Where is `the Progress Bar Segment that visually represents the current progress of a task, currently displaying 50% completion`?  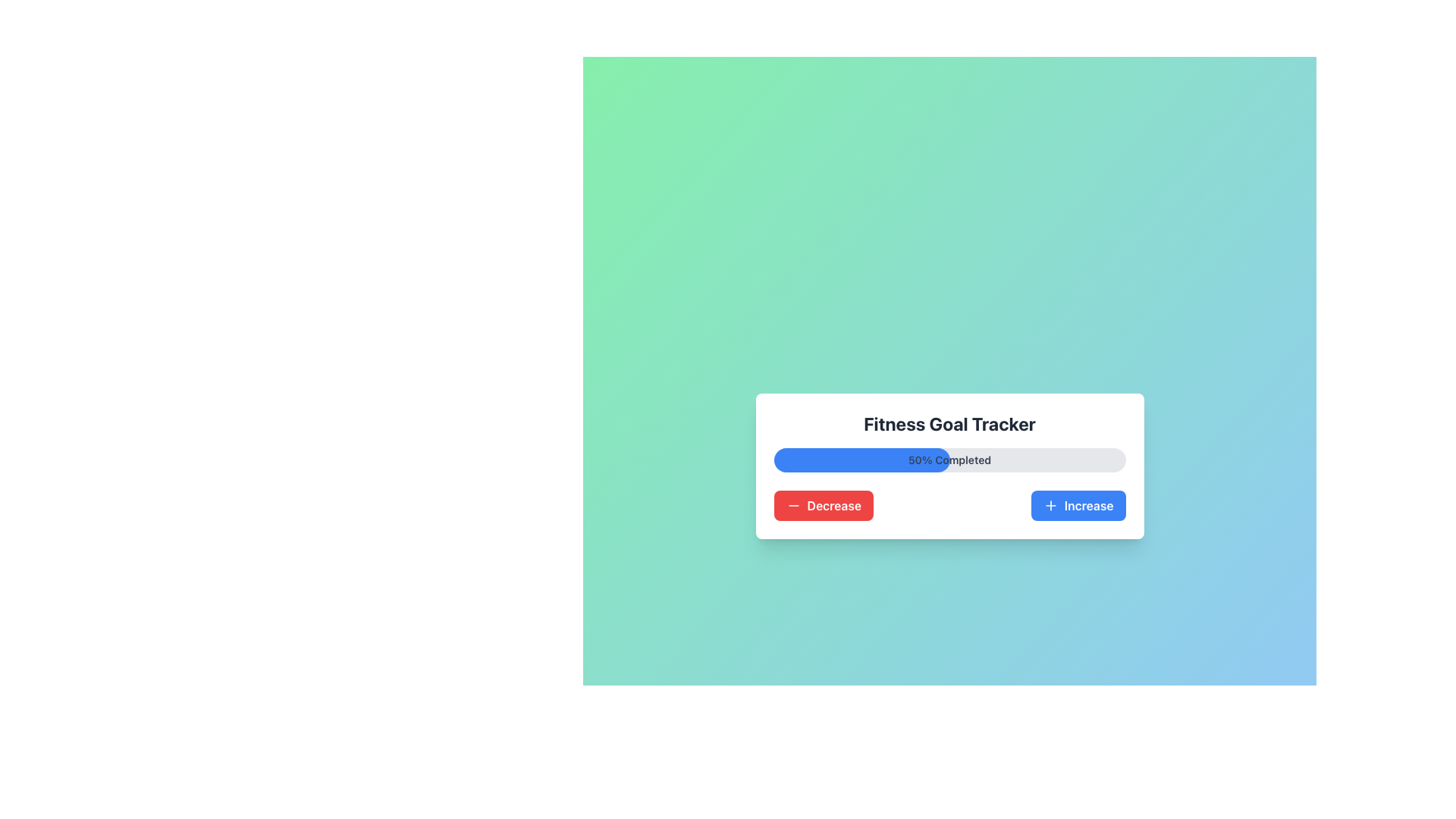
the Progress Bar Segment that visually represents the current progress of a task, currently displaying 50% completion is located at coordinates (861, 459).